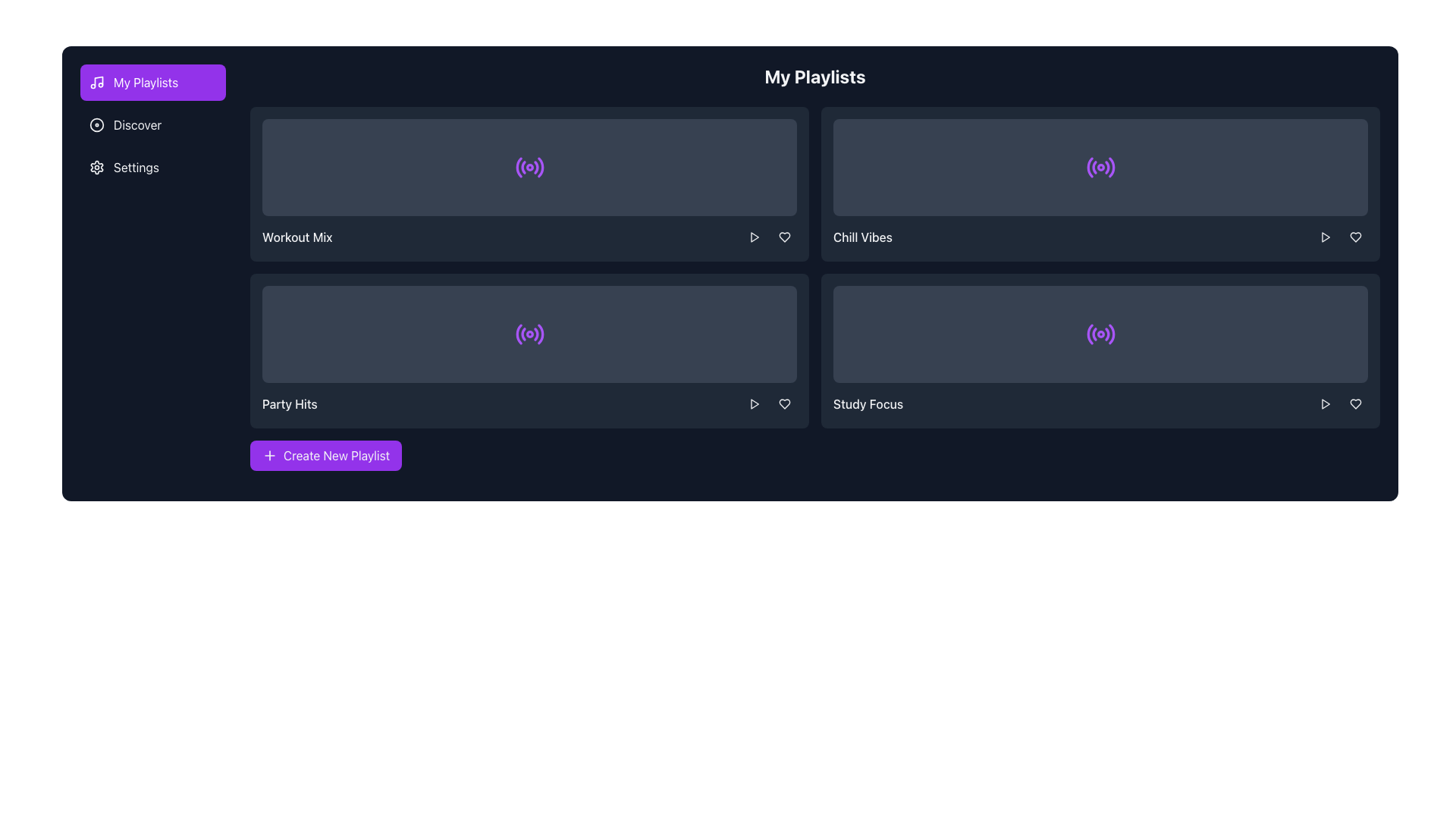 The height and width of the screenshot is (819, 1456). I want to click on the Card with a purple radio signal icon, located at the bottom right of the grid layout, which is the fourth item under the 'Study Focus' title, so click(1100, 333).